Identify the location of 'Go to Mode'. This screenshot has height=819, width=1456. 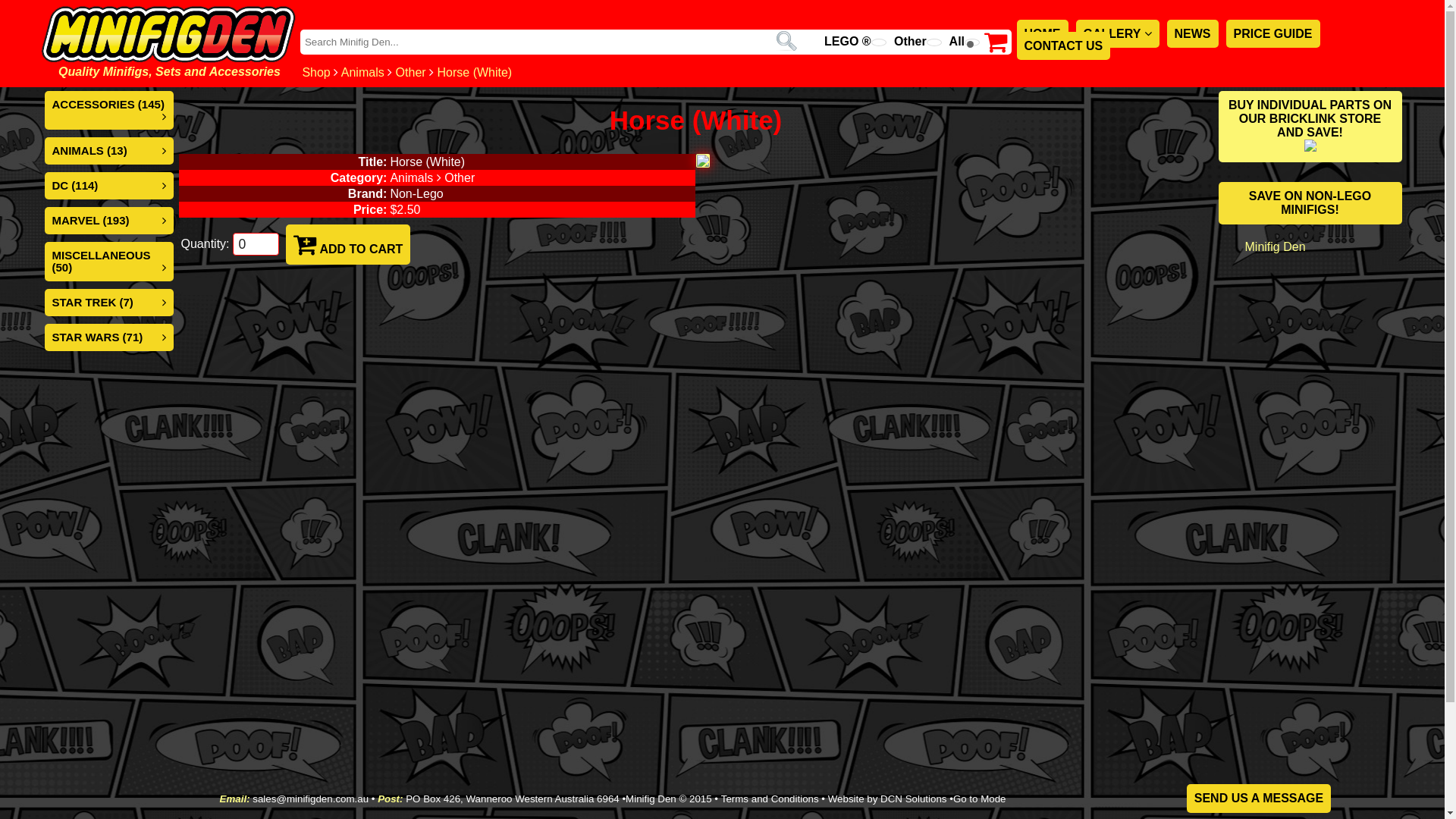
(979, 798).